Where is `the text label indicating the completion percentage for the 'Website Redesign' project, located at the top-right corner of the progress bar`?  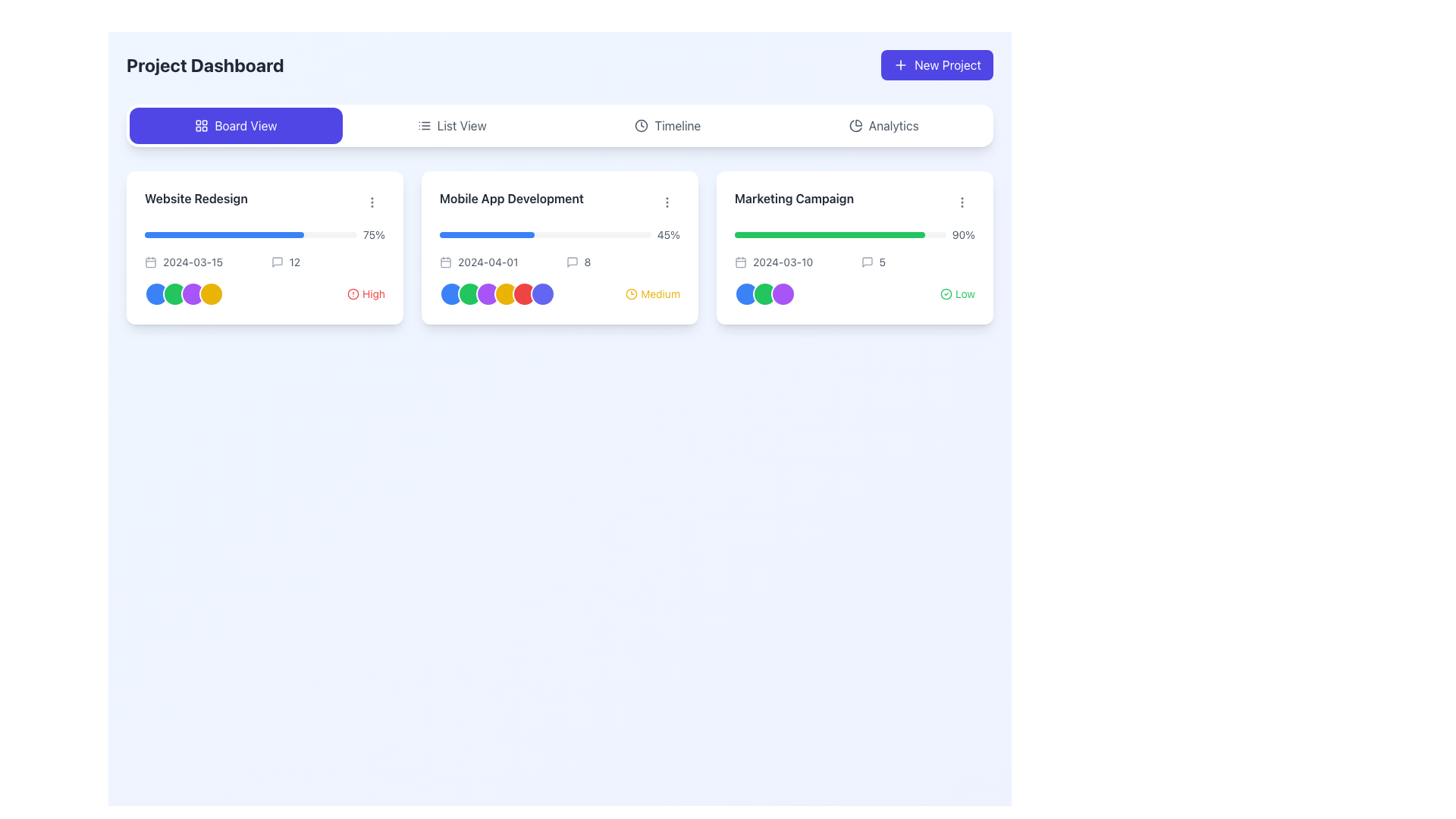
the text label indicating the completion percentage for the 'Website Redesign' project, located at the top-right corner of the progress bar is located at coordinates (374, 234).